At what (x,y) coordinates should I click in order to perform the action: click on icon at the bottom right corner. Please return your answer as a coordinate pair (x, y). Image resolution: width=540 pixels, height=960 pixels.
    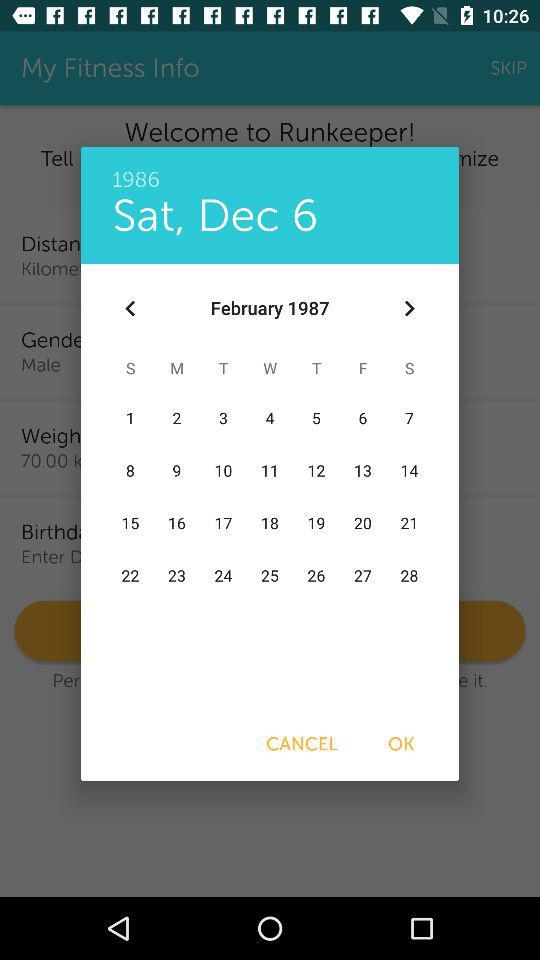
    Looking at the image, I should click on (401, 743).